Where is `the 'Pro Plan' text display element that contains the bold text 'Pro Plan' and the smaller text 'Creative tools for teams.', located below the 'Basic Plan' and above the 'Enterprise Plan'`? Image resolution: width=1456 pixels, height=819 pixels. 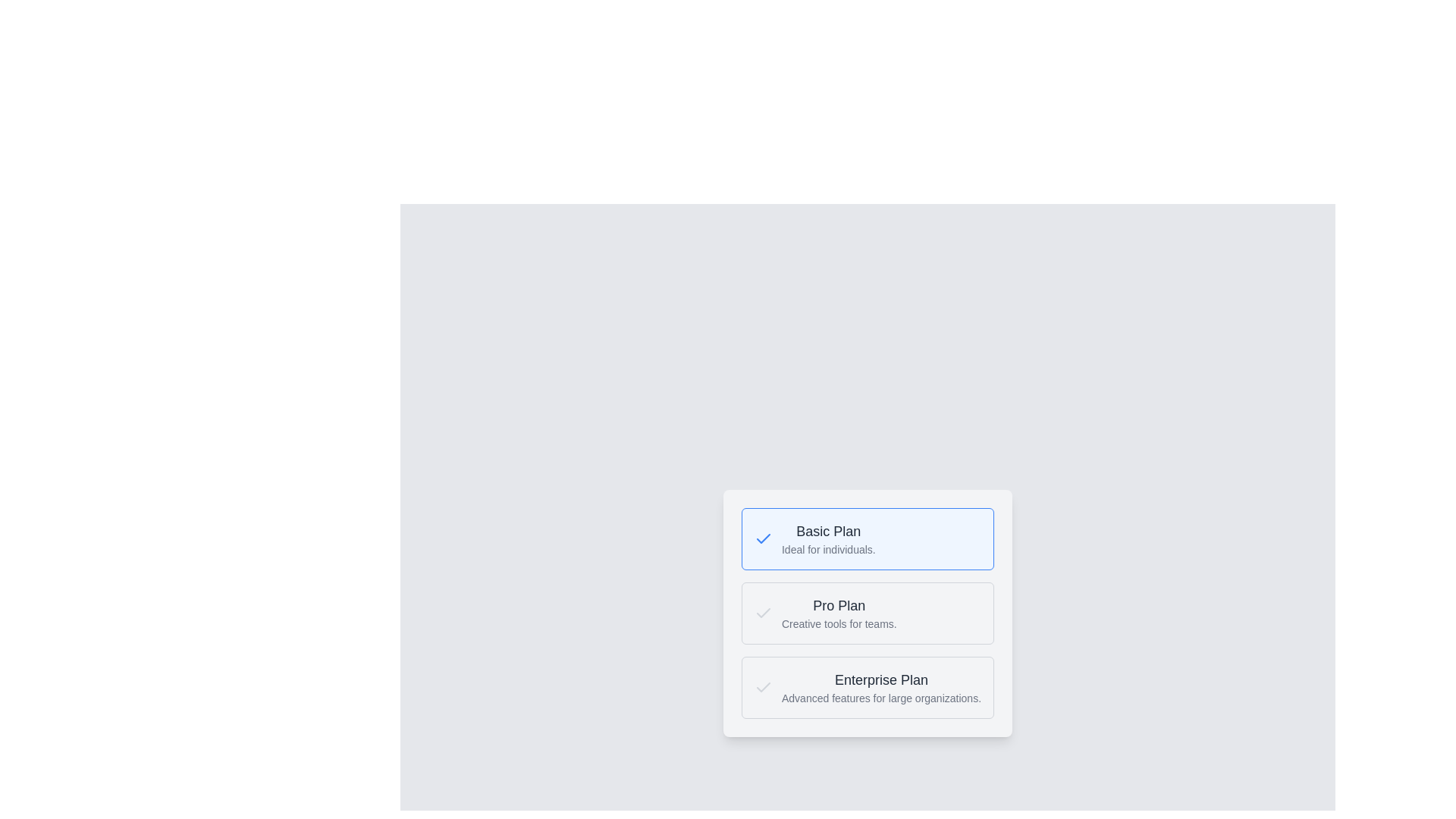
the 'Pro Plan' text display element that contains the bold text 'Pro Plan' and the smaller text 'Creative tools for teams.', located below the 'Basic Plan' and above the 'Enterprise Plan' is located at coordinates (838, 613).